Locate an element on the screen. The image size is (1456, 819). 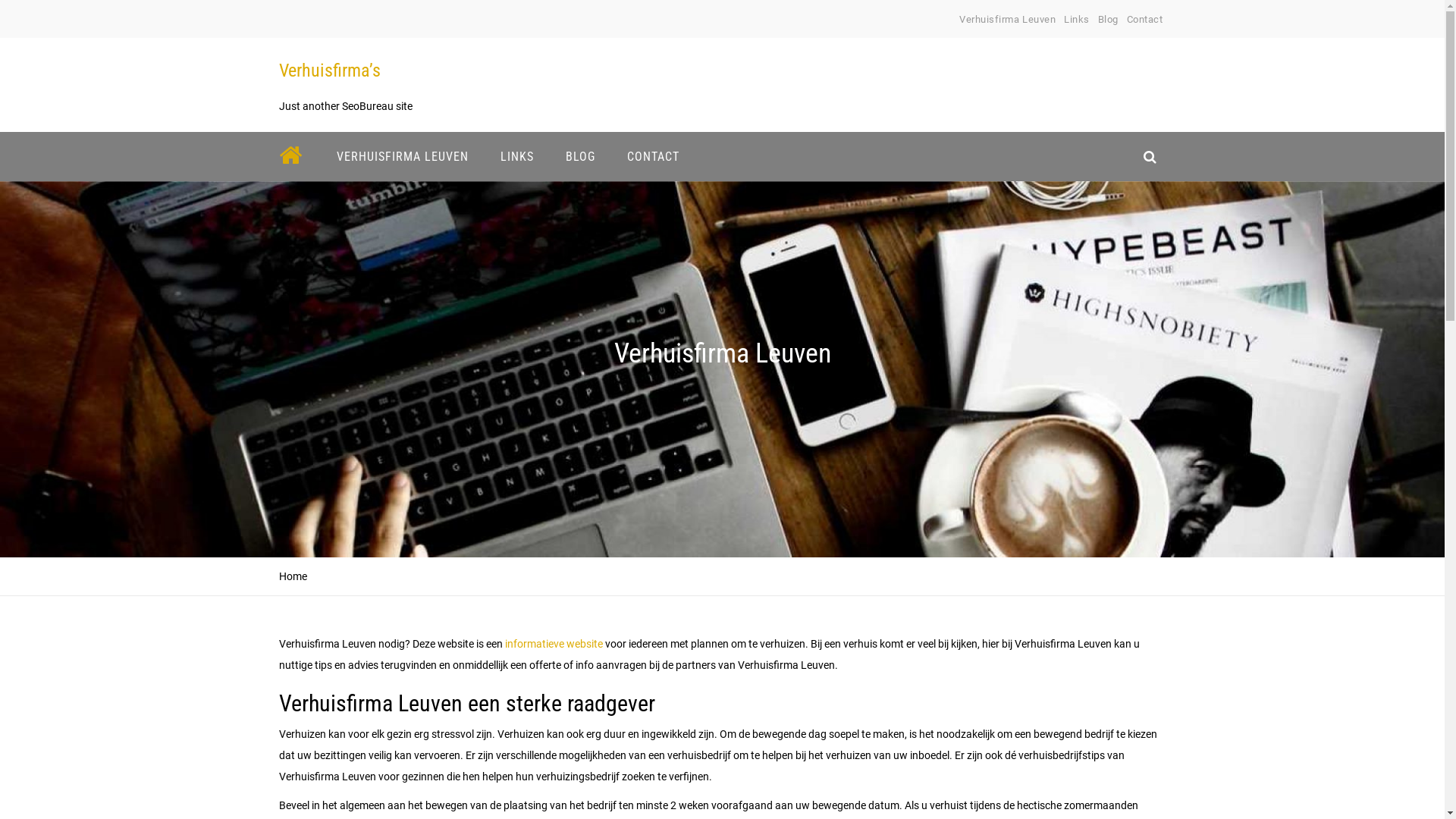
'LINKS' is located at coordinates (490, 156).